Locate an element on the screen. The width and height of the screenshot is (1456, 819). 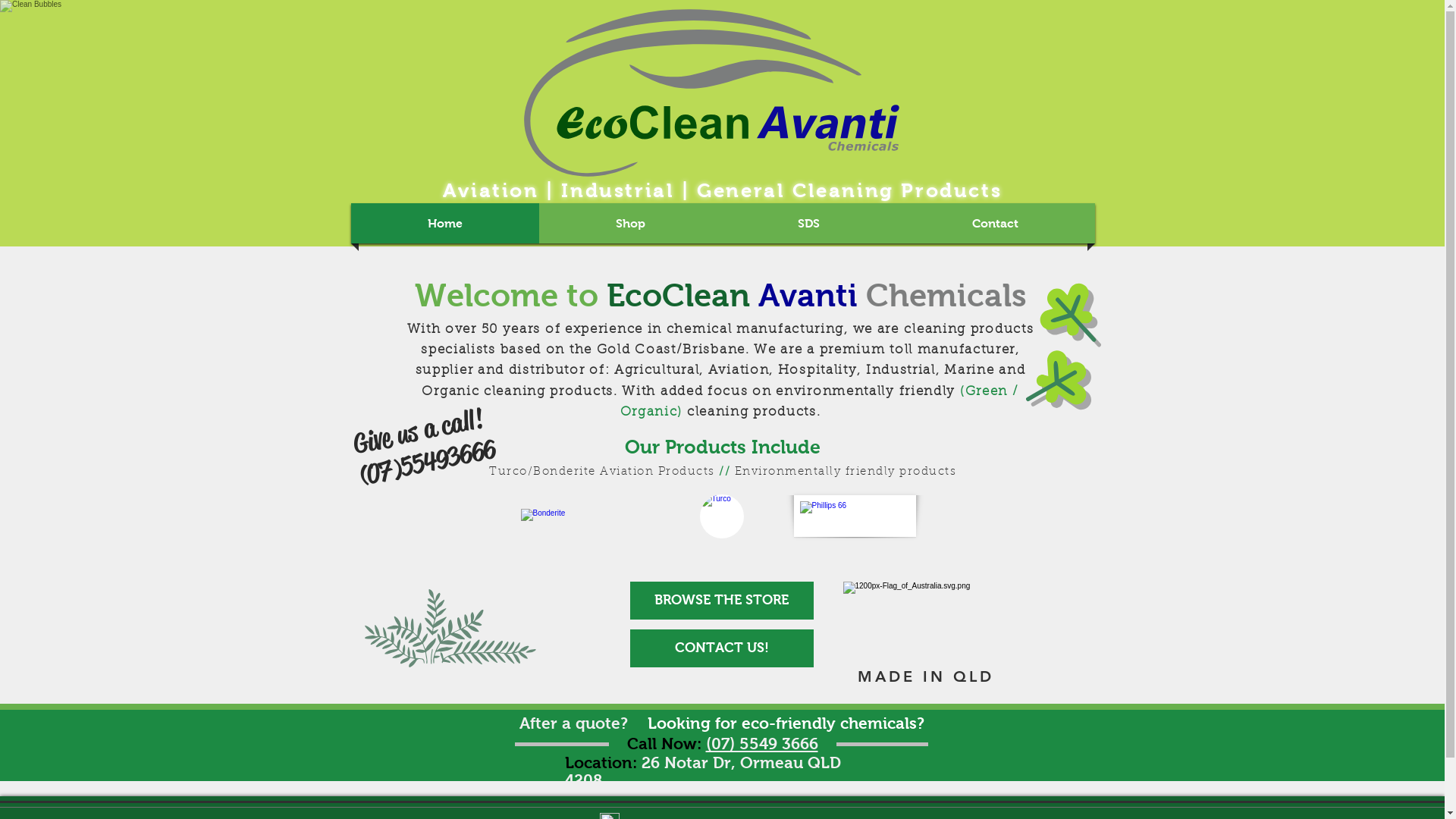
'Shop' is located at coordinates (630, 223).